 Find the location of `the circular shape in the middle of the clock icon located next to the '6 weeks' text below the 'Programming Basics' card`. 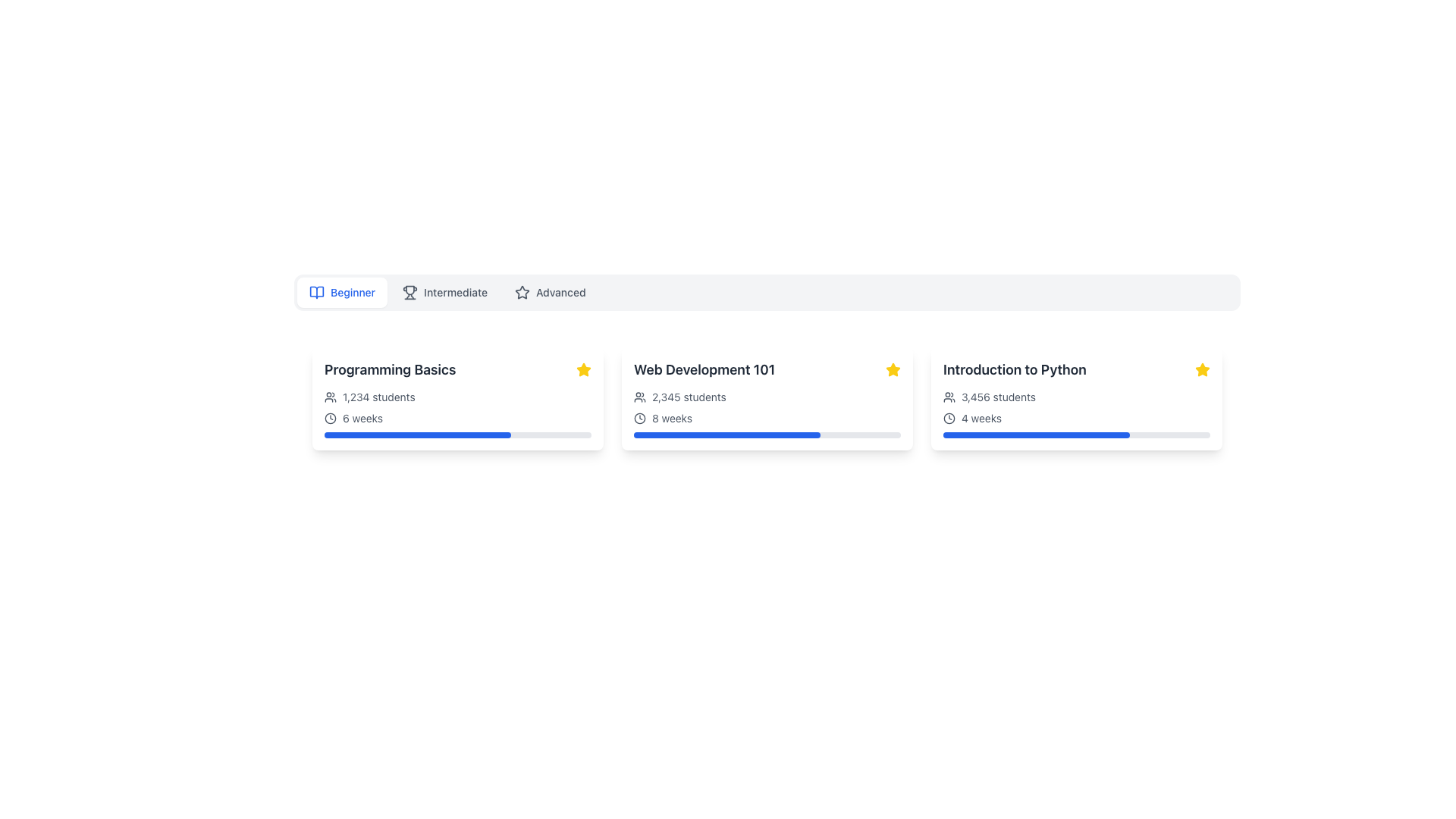

the circular shape in the middle of the clock icon located next to the '6 weeks' text below the 'Programming Basics' card is located at coordinates (330, 418).